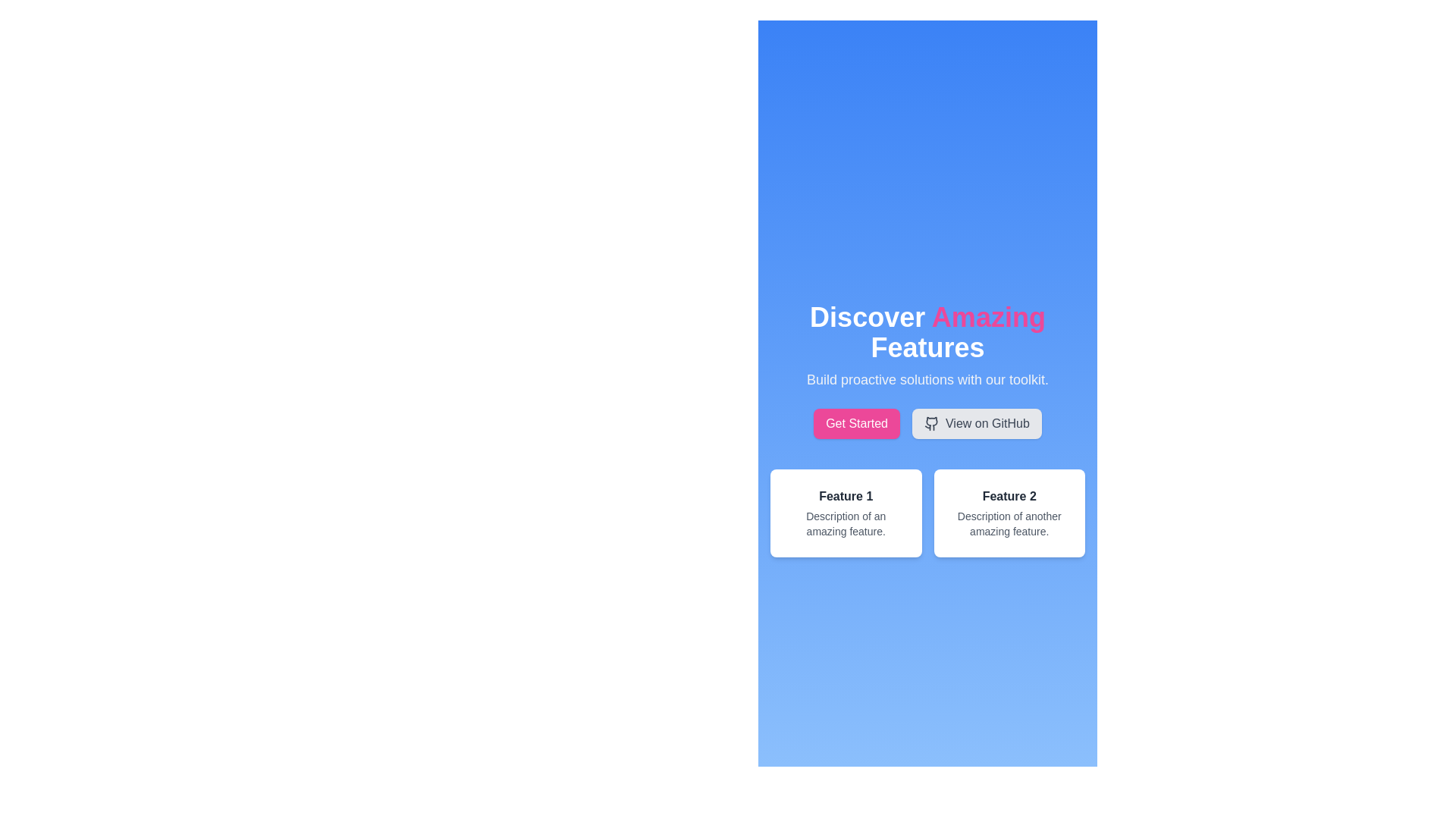 The image size is (1456, 819). I want to click on the text block that displays the prominent title and subtitle at the top of the interface, which introduces the user to the application's features and functionalities, so click(927, 346).